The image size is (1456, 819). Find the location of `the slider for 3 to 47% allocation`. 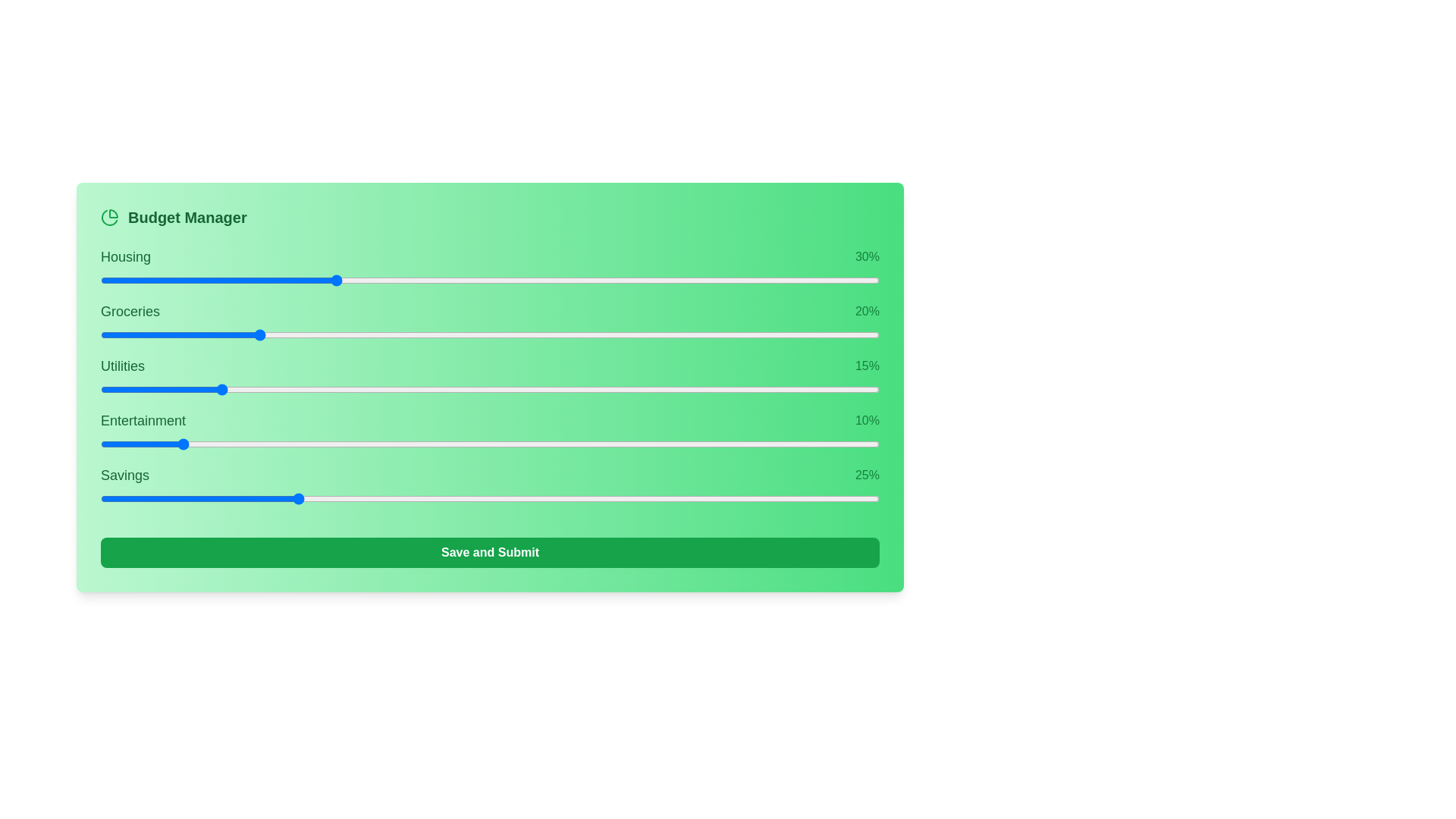

the slider for 3 to 47% allocation is located at coordinates (672, 444).